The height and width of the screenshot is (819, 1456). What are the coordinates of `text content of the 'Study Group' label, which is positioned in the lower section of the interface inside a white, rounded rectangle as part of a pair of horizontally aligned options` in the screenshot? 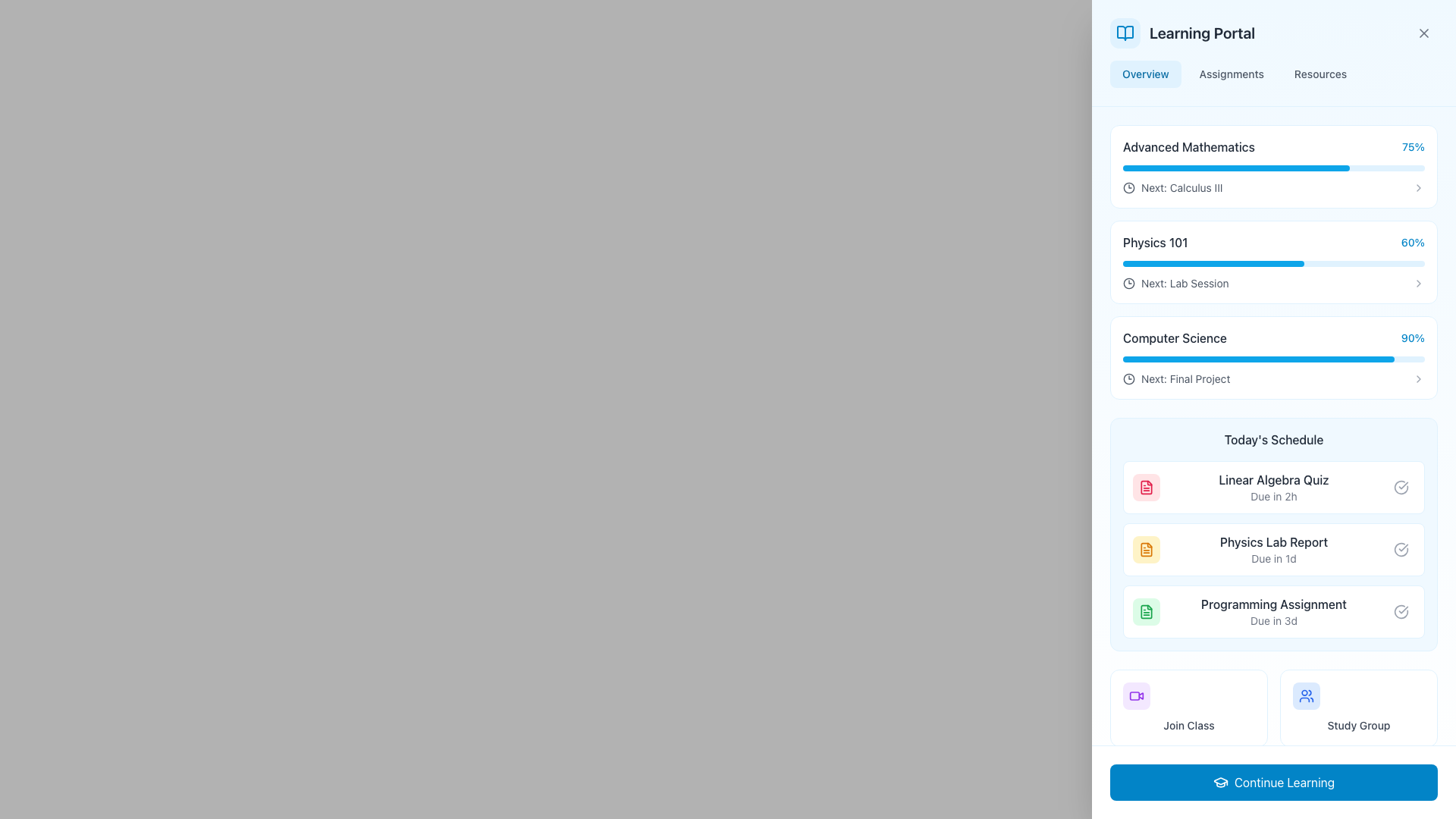 It's located at (1358, 724).